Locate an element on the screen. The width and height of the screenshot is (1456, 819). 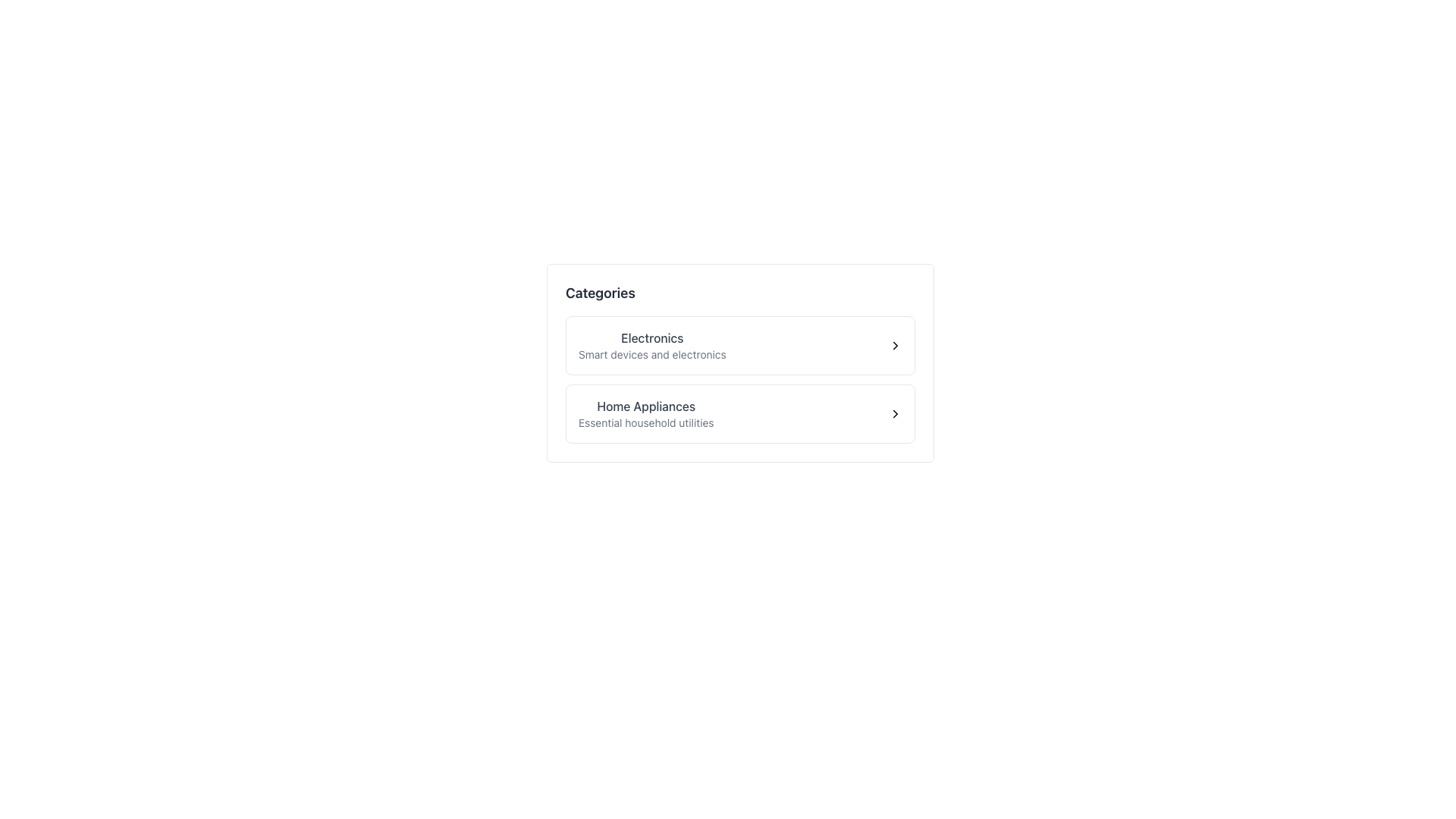
the visual indicator icon located to the right of the 'Home Appliances' option in the 'Categories' section is located at coordinates (895, 414).